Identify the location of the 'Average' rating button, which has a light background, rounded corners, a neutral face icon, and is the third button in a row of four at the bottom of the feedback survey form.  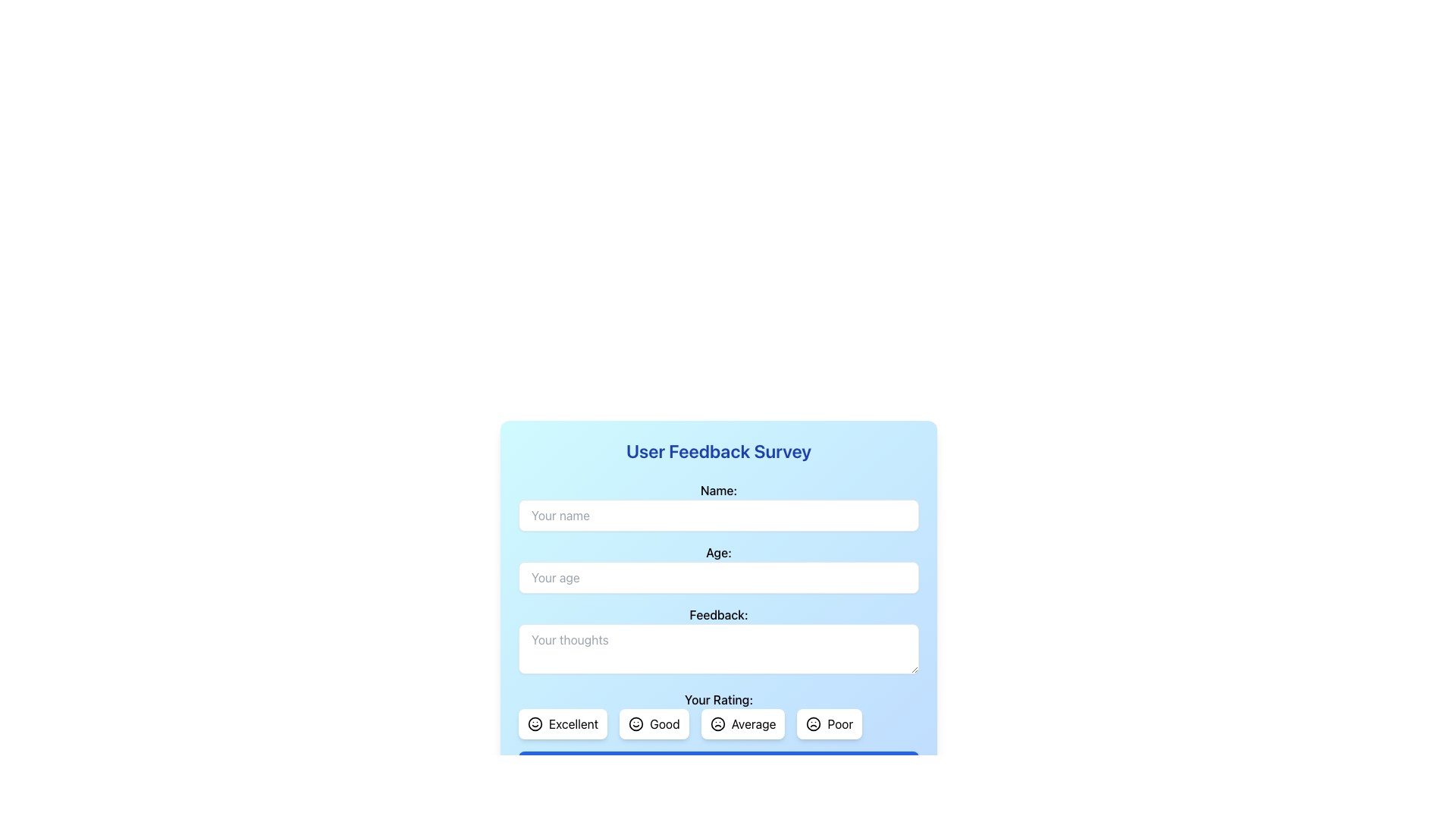
(742, 723).